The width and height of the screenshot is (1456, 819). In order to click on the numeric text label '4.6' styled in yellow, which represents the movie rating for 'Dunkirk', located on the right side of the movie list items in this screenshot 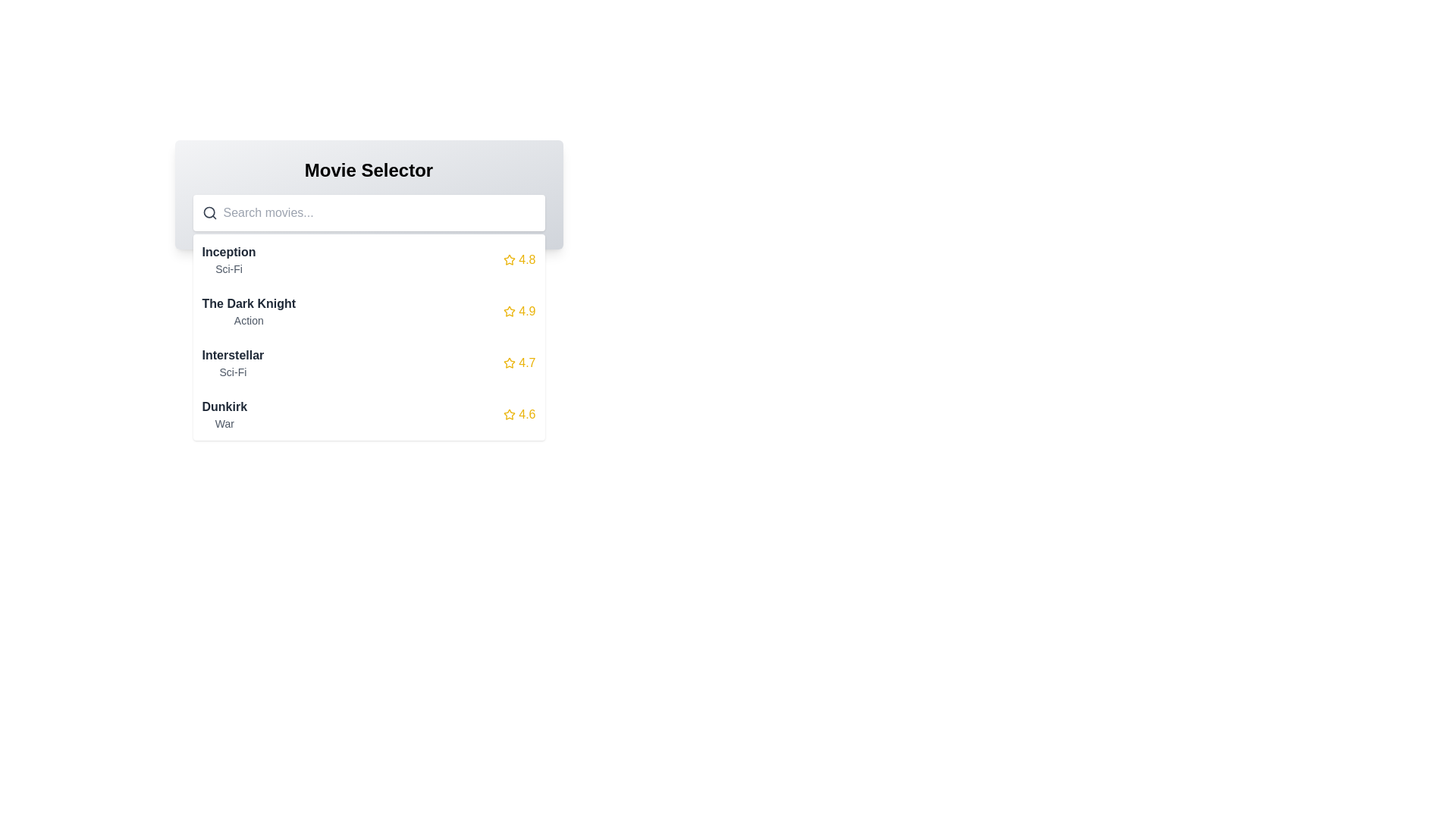, I will do `click(527, 415)`.